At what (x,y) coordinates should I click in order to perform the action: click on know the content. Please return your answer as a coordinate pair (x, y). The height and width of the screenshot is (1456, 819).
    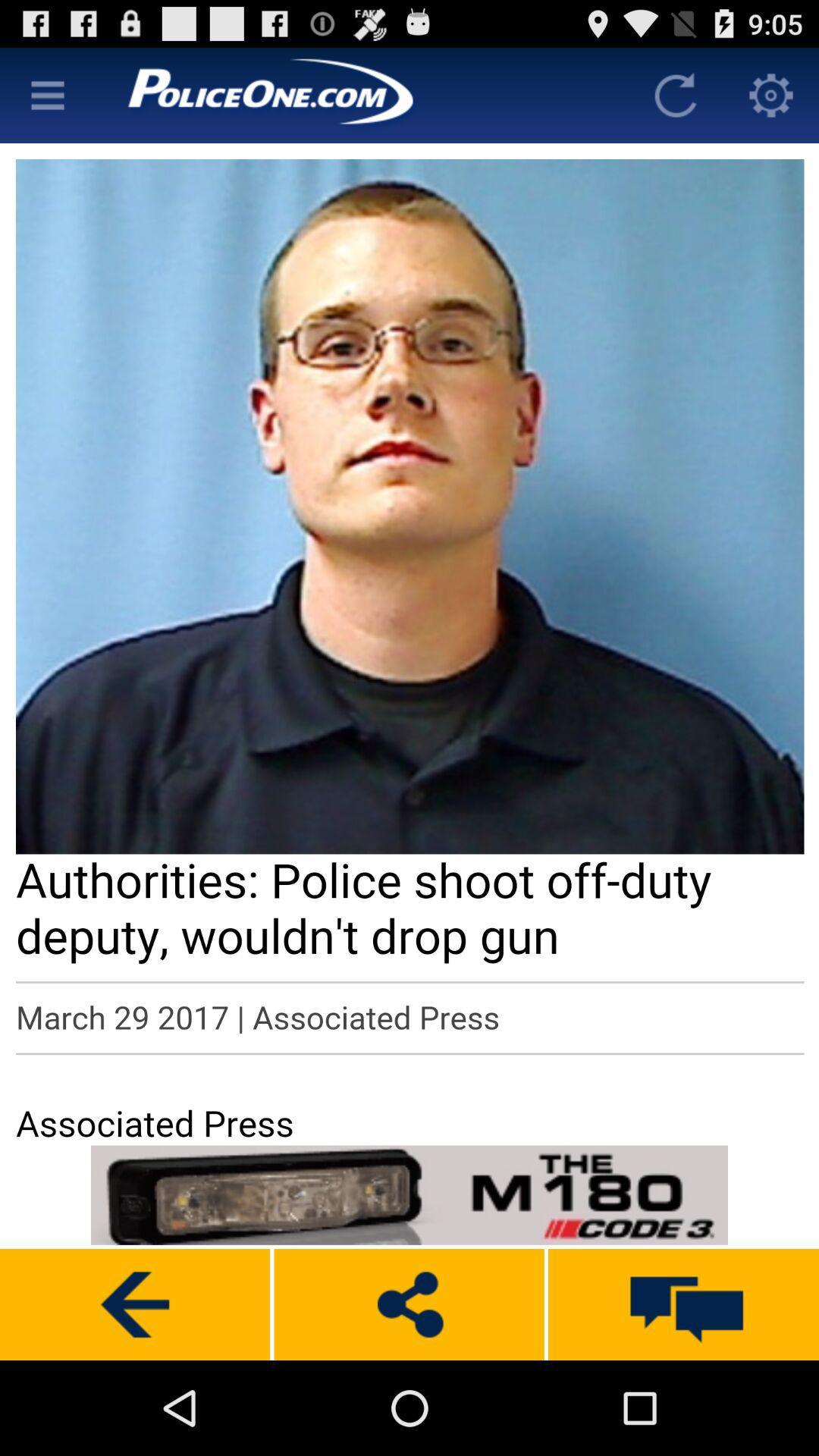
    Looking at the image, I should click on (771, 94).